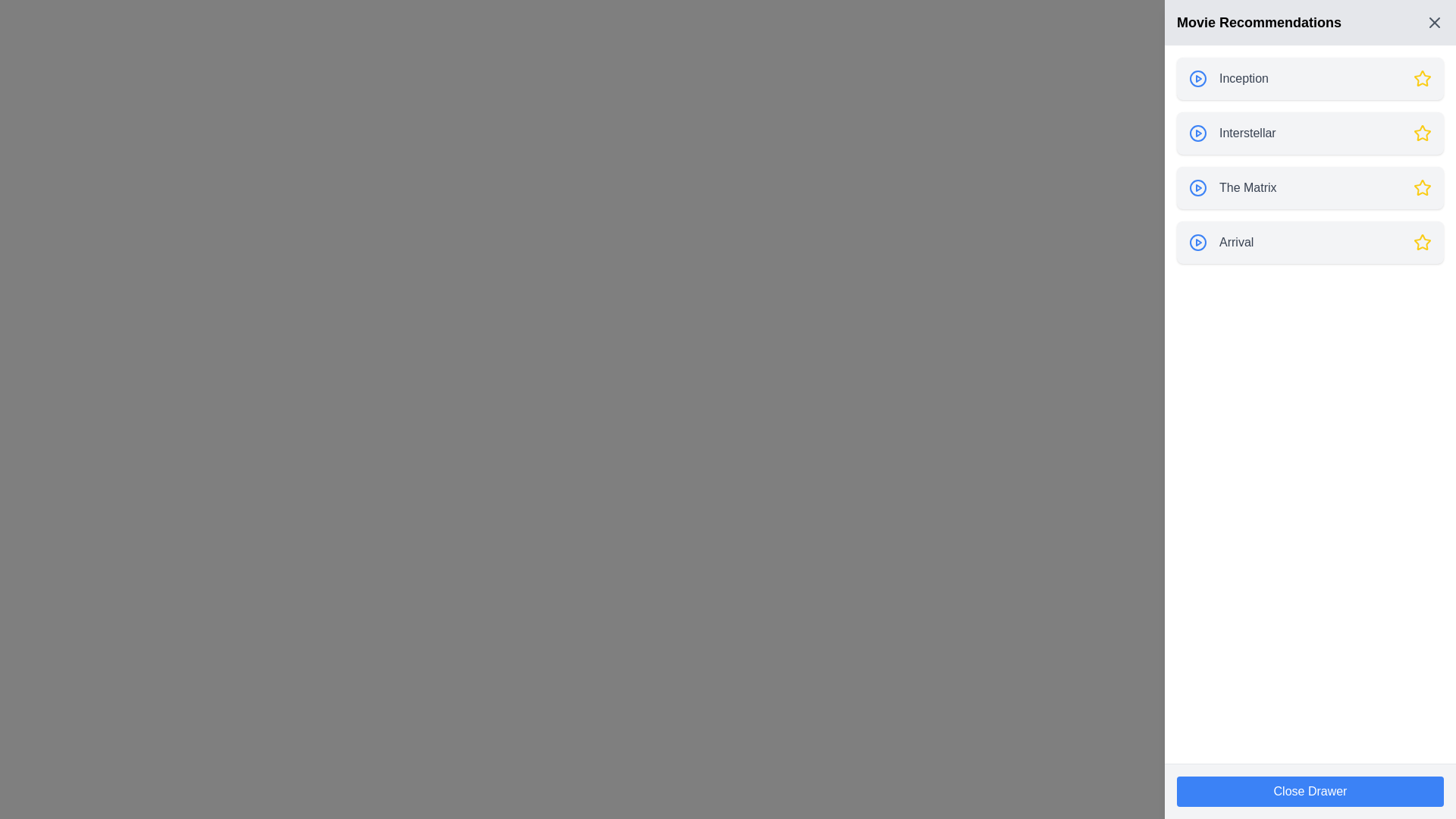 The height and width of the screenshot is (819, 1456). Describe the element at coordinates (1422, 78) in the screenshot. I see `the star icon associated with the movie 'Inception' in the 'Movie Recommendations' panel` at that location.